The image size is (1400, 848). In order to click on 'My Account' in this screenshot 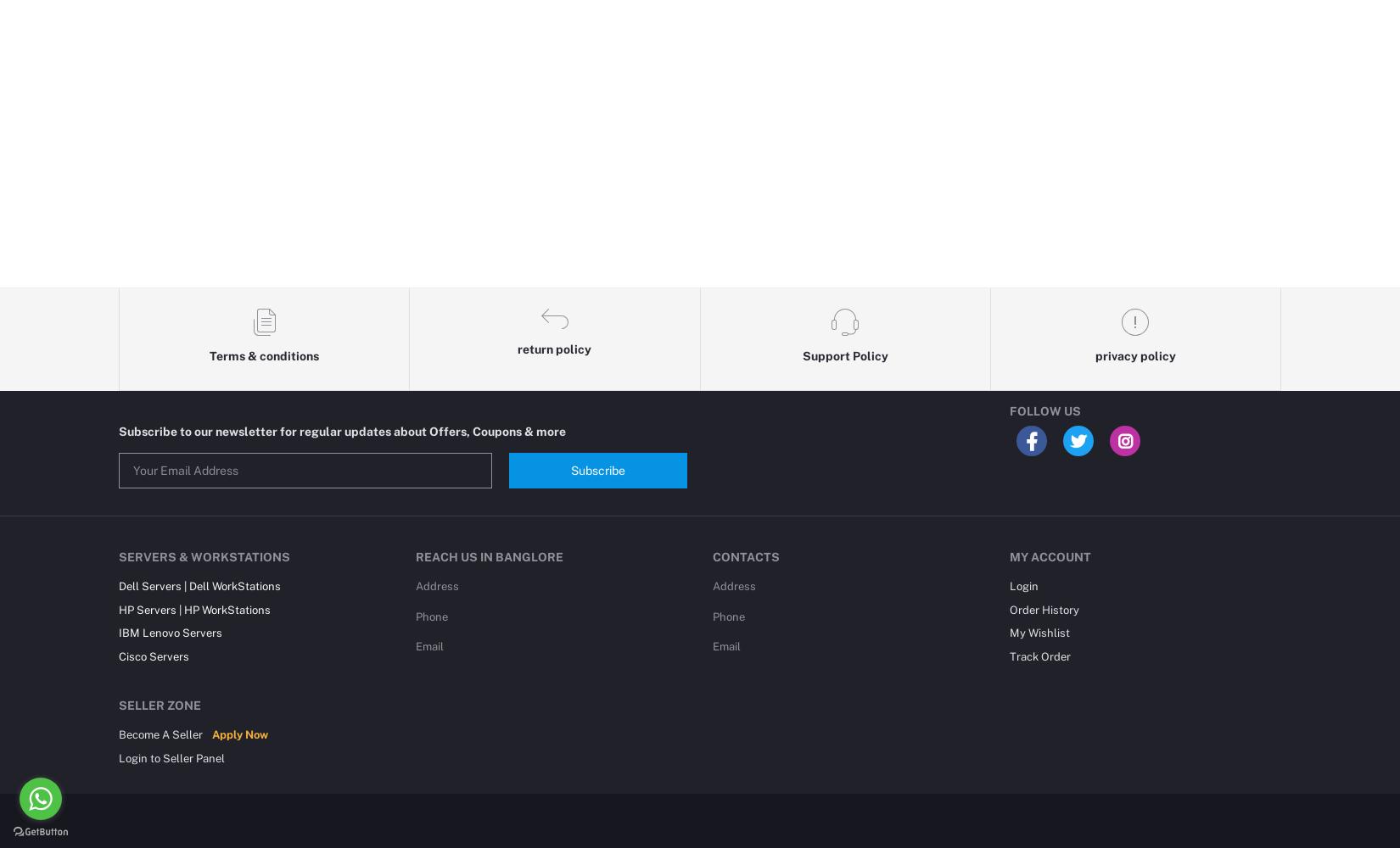, I will do `click(1050, 557)`.